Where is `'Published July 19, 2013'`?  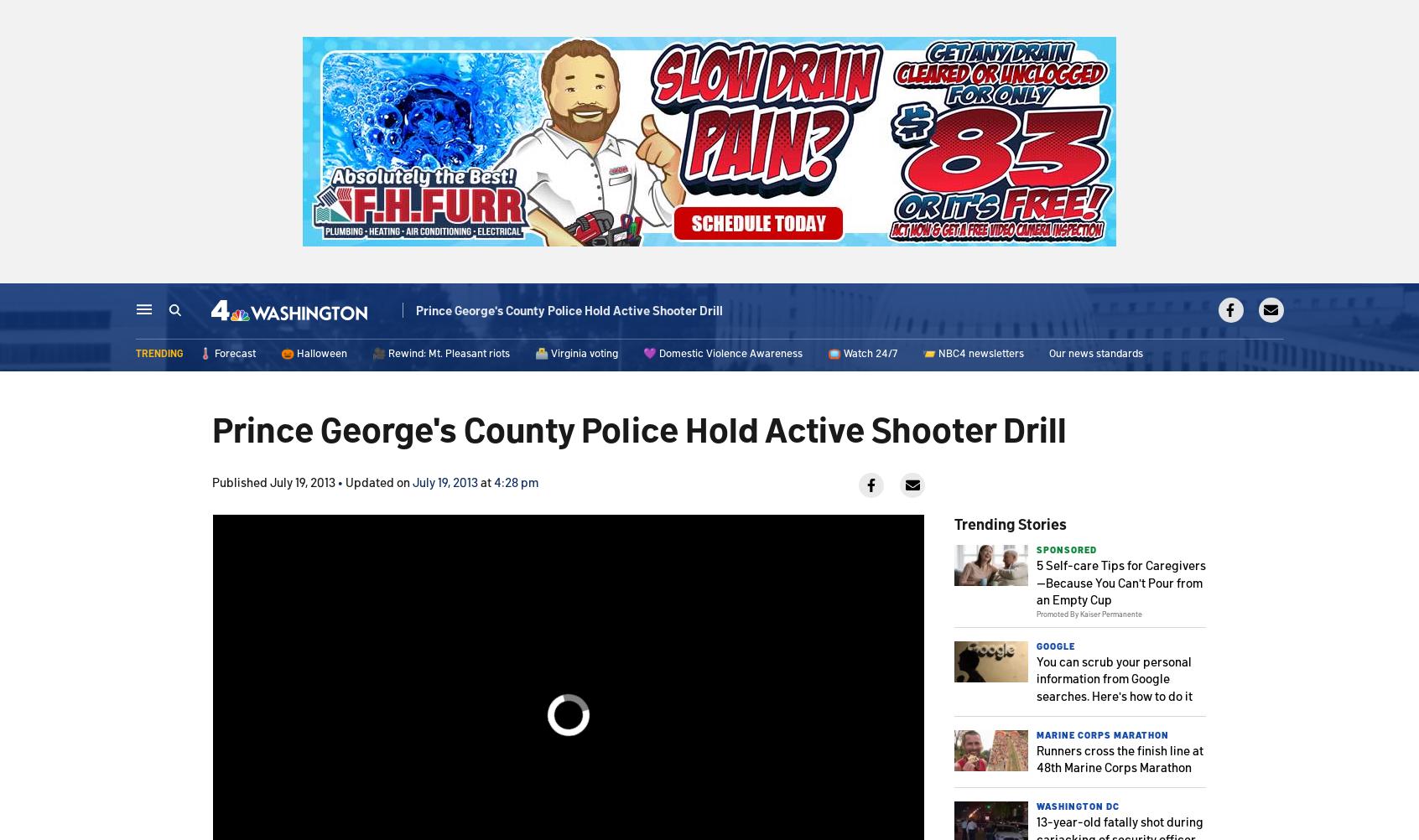 'Published July 19, 2013' is located at coordinates (273, 481).